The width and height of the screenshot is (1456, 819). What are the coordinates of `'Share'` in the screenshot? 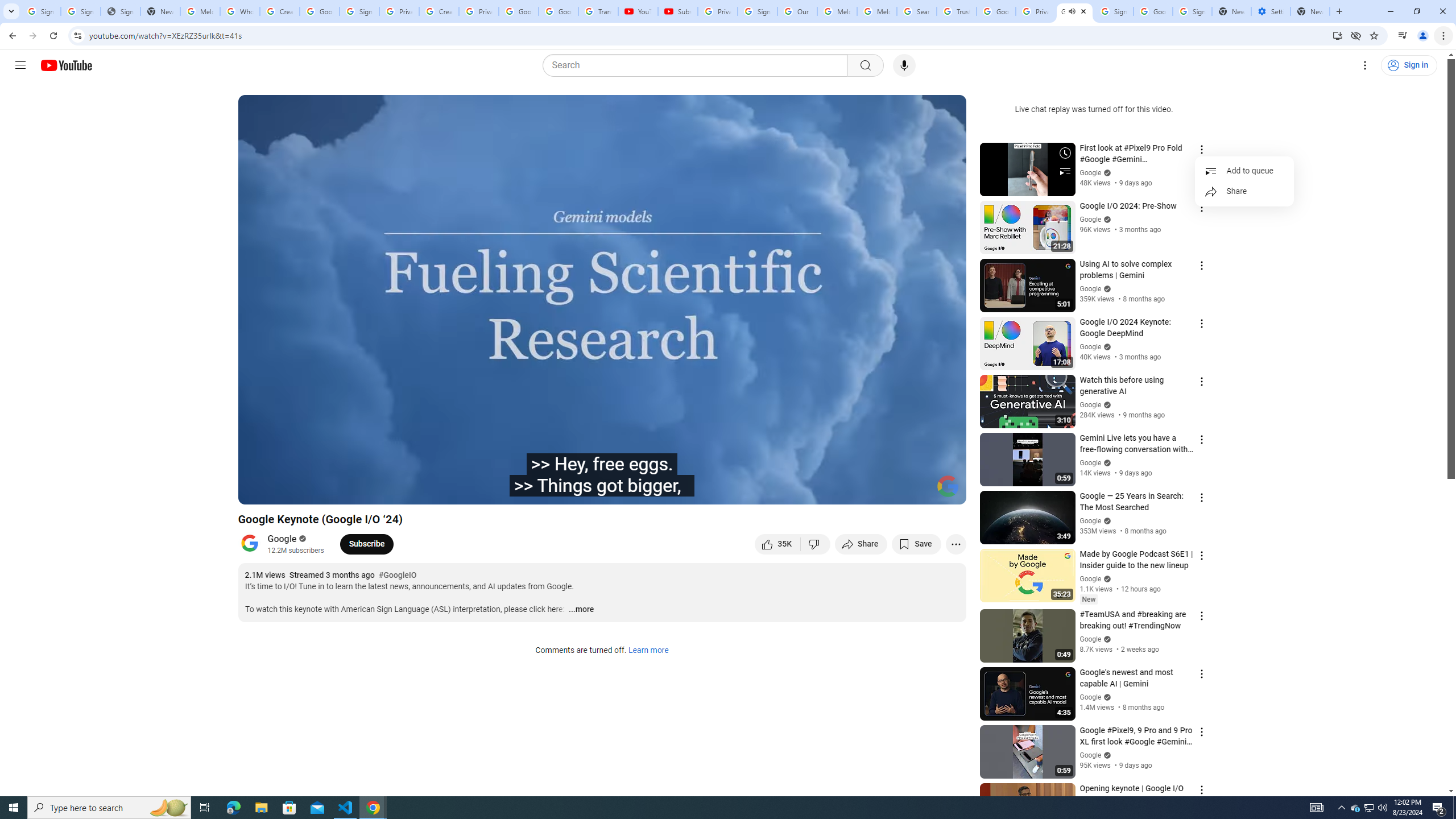 It's located at (1243, 192).